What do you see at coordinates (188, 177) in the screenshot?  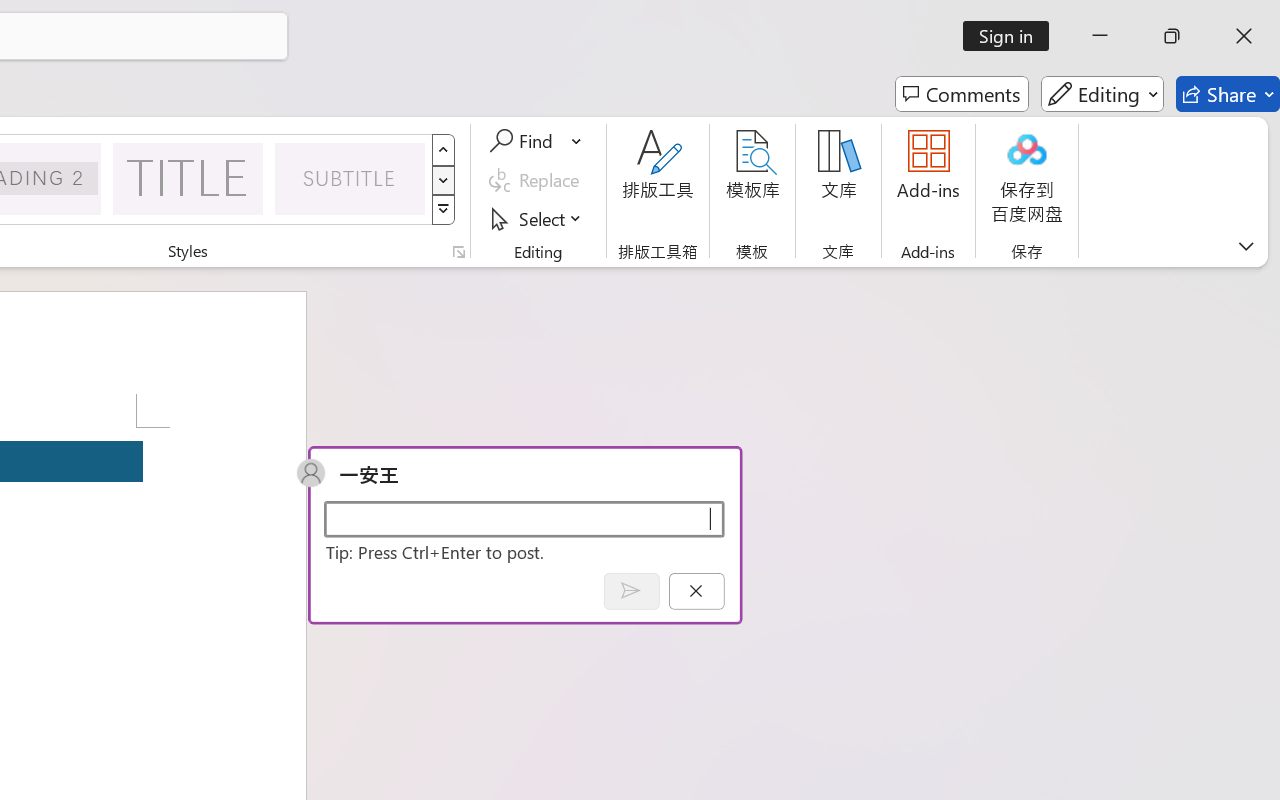 I see `'Title'` at bounding box center [188, 177].